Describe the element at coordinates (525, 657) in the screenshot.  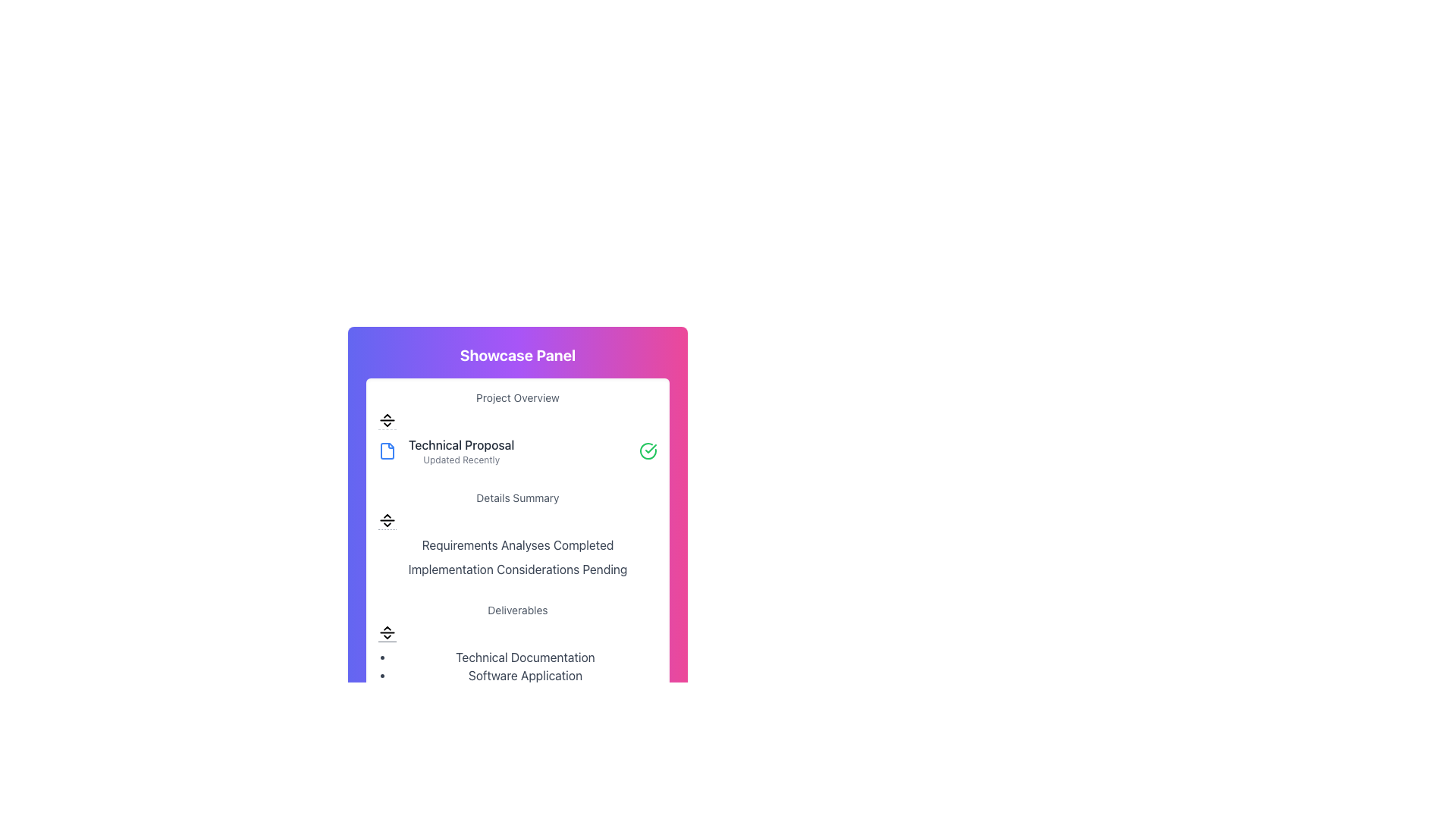
I see `the non-interactive text label indicating 'Technical Documentation', which is the first item in a vertical list of three items` at that location.